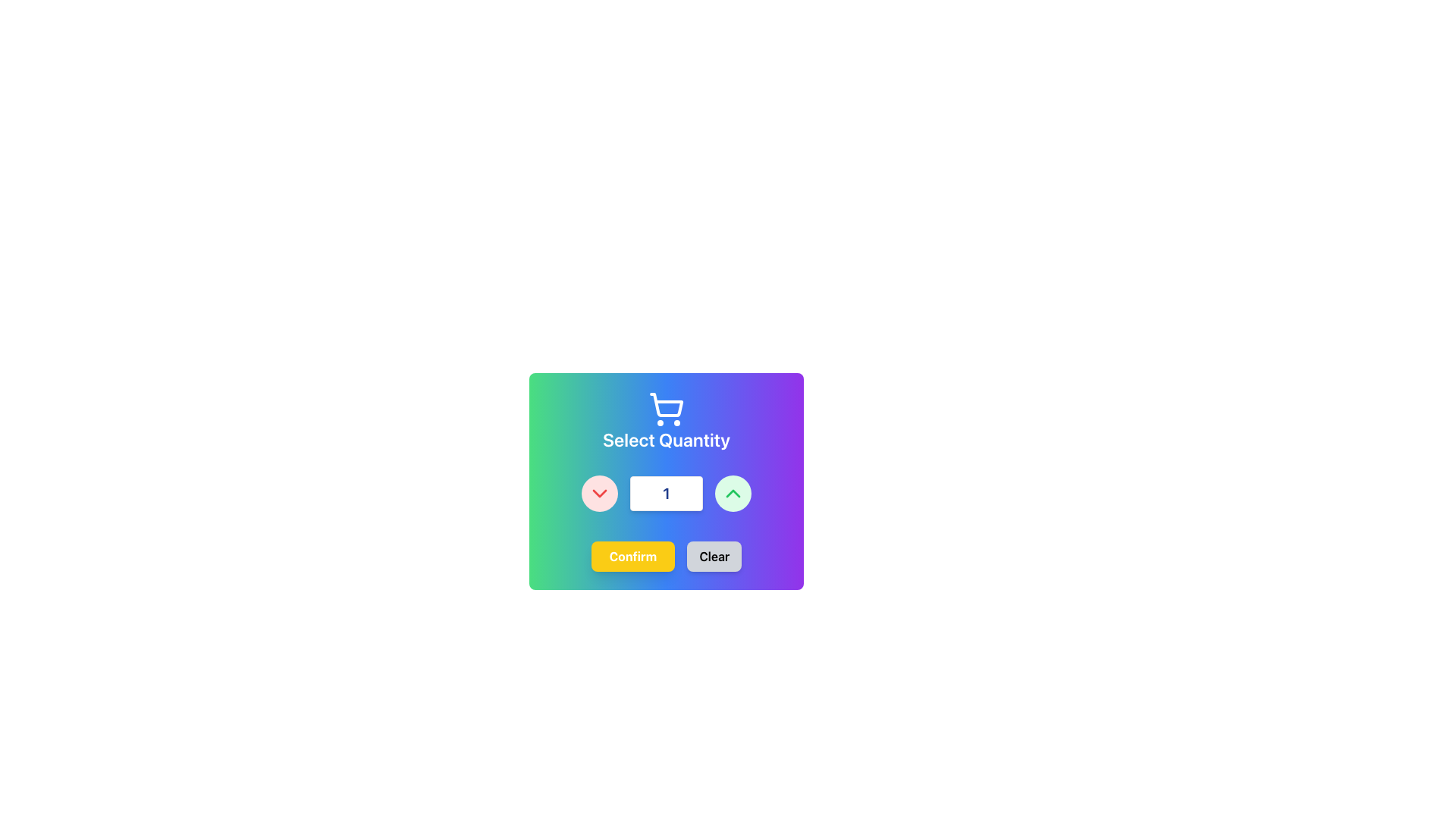 This screenshot has height=819, width=1456. What do you see at coordinates (599, 494) in the screenshot?
I see `the decrement button located on the left side of the numeric input field that decreases the displayed quantity when clicked` at bounding box center [599, 494].